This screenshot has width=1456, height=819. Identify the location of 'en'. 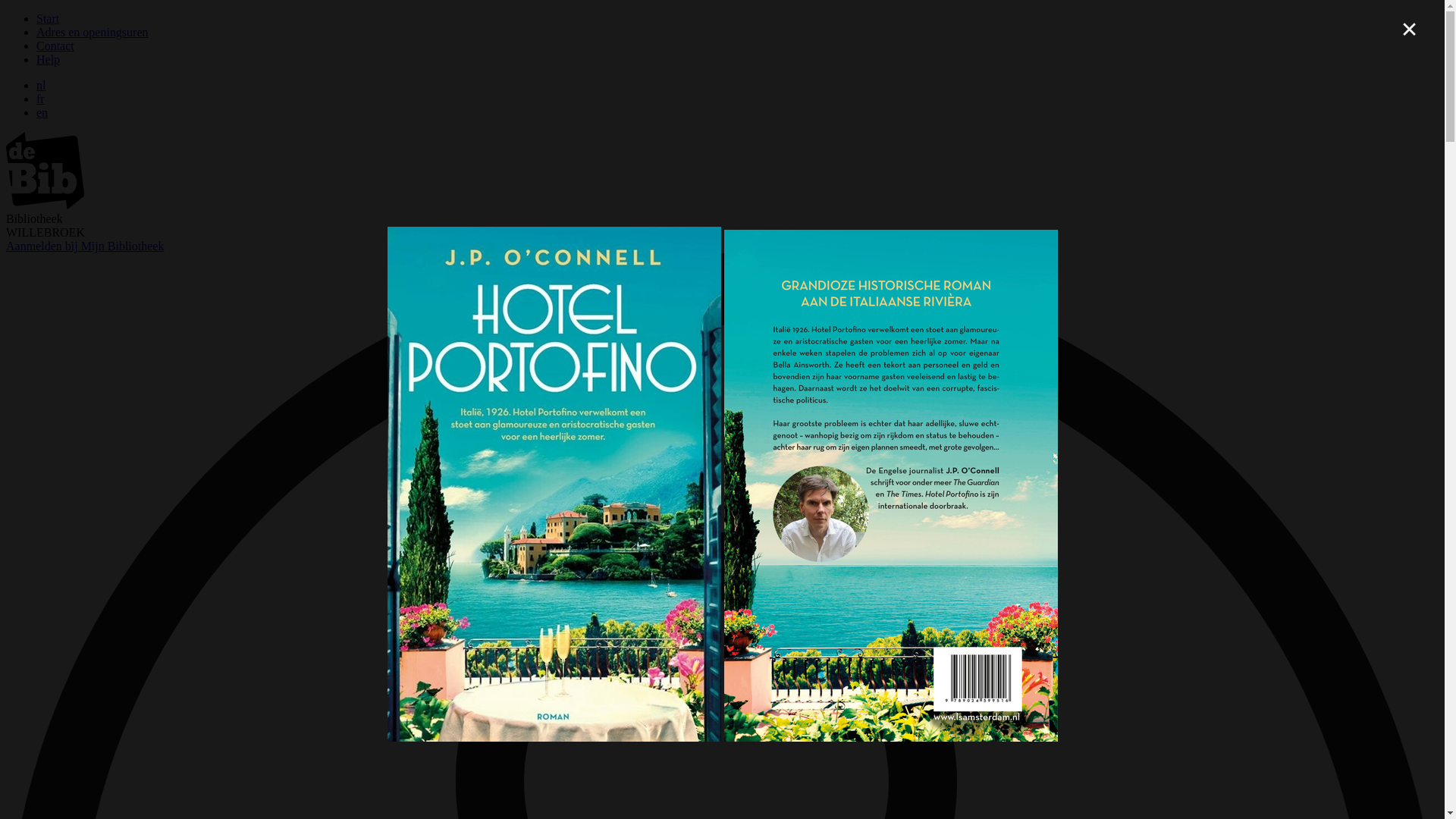
(42, 111).